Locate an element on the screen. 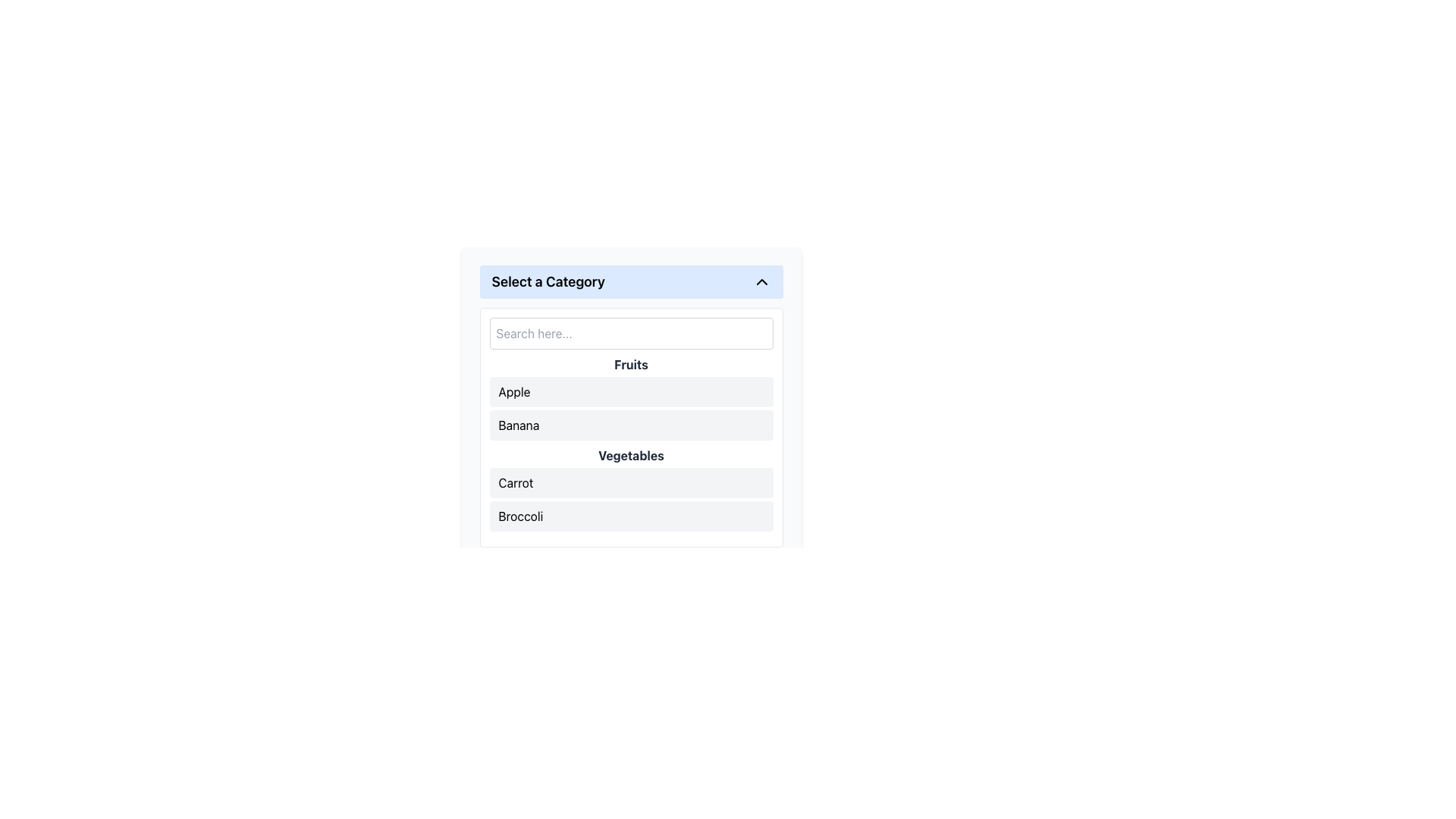 Image resolution: width=1456 pixels, height=819 pixels. the 'Fruits' category in the list section of the categorized menu is located at coordinates (631, 397).